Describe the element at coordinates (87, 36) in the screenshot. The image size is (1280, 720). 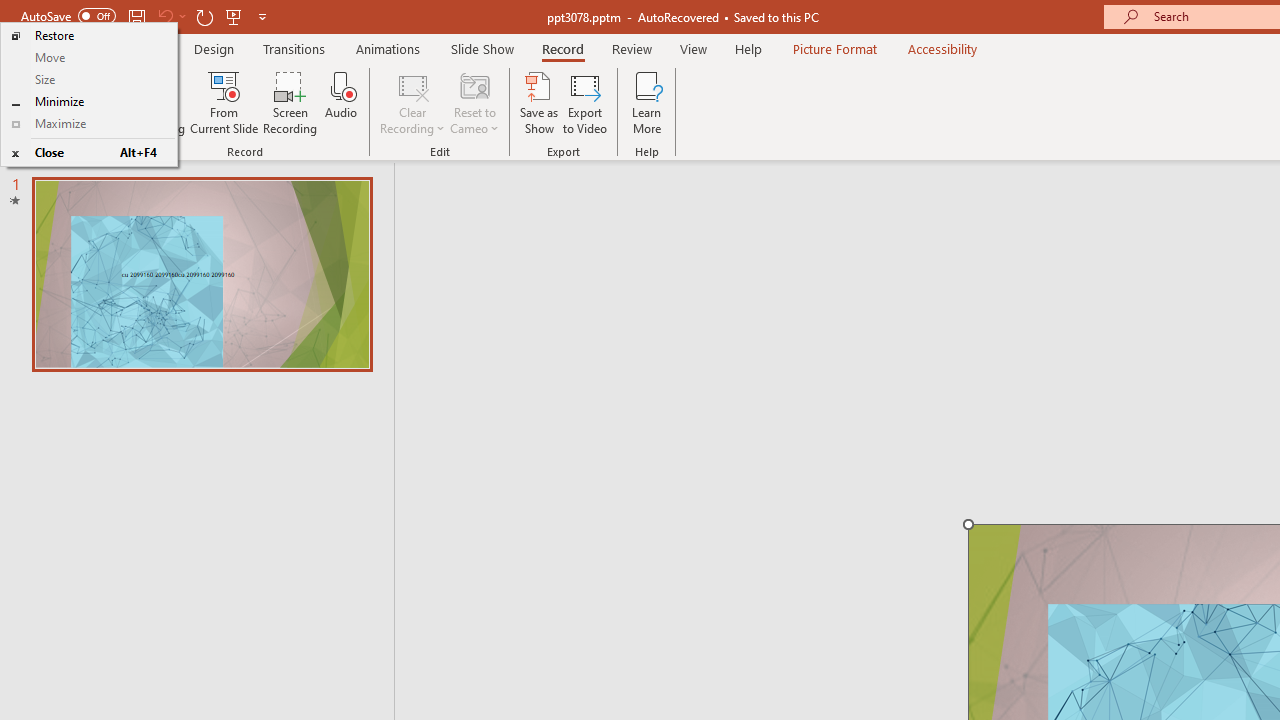
I see `'Restore'` at that location.